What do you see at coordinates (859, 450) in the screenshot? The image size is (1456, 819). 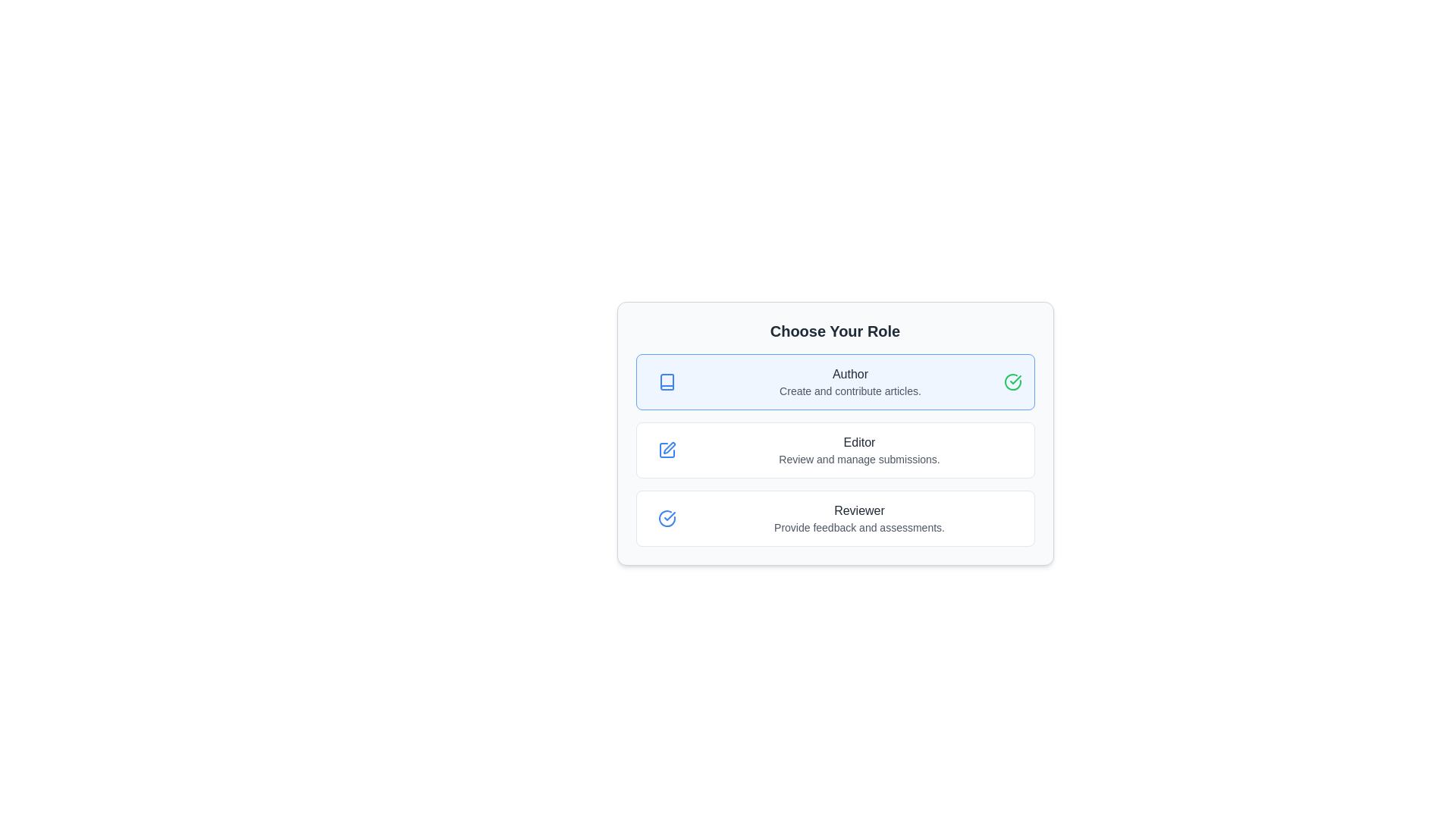 I see `the text block containing 'Editor' and 'Review and manage submissions'` at bounding box center [859, 450].